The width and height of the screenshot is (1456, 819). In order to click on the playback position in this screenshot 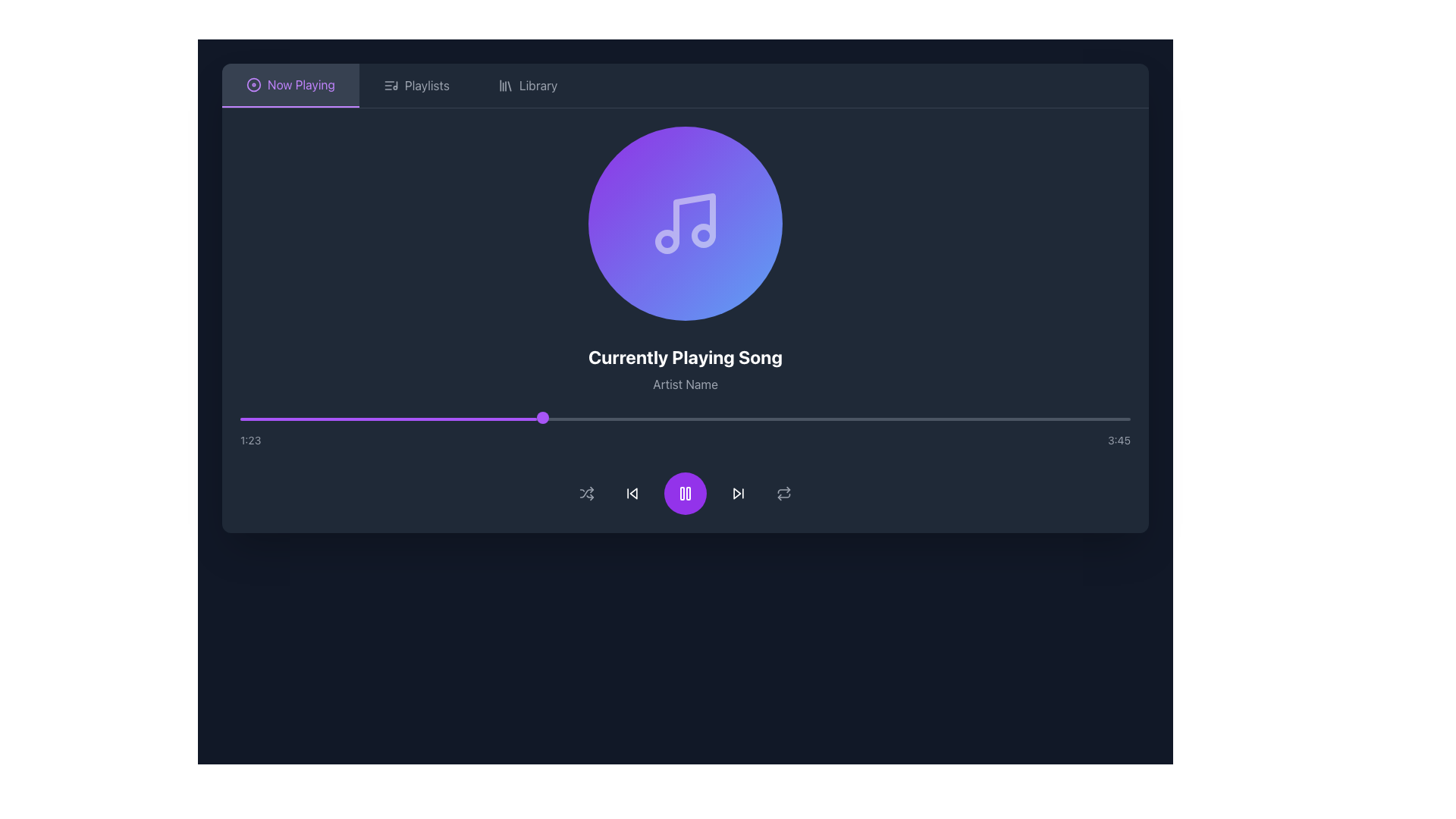, I will do `click(809, 419)`.